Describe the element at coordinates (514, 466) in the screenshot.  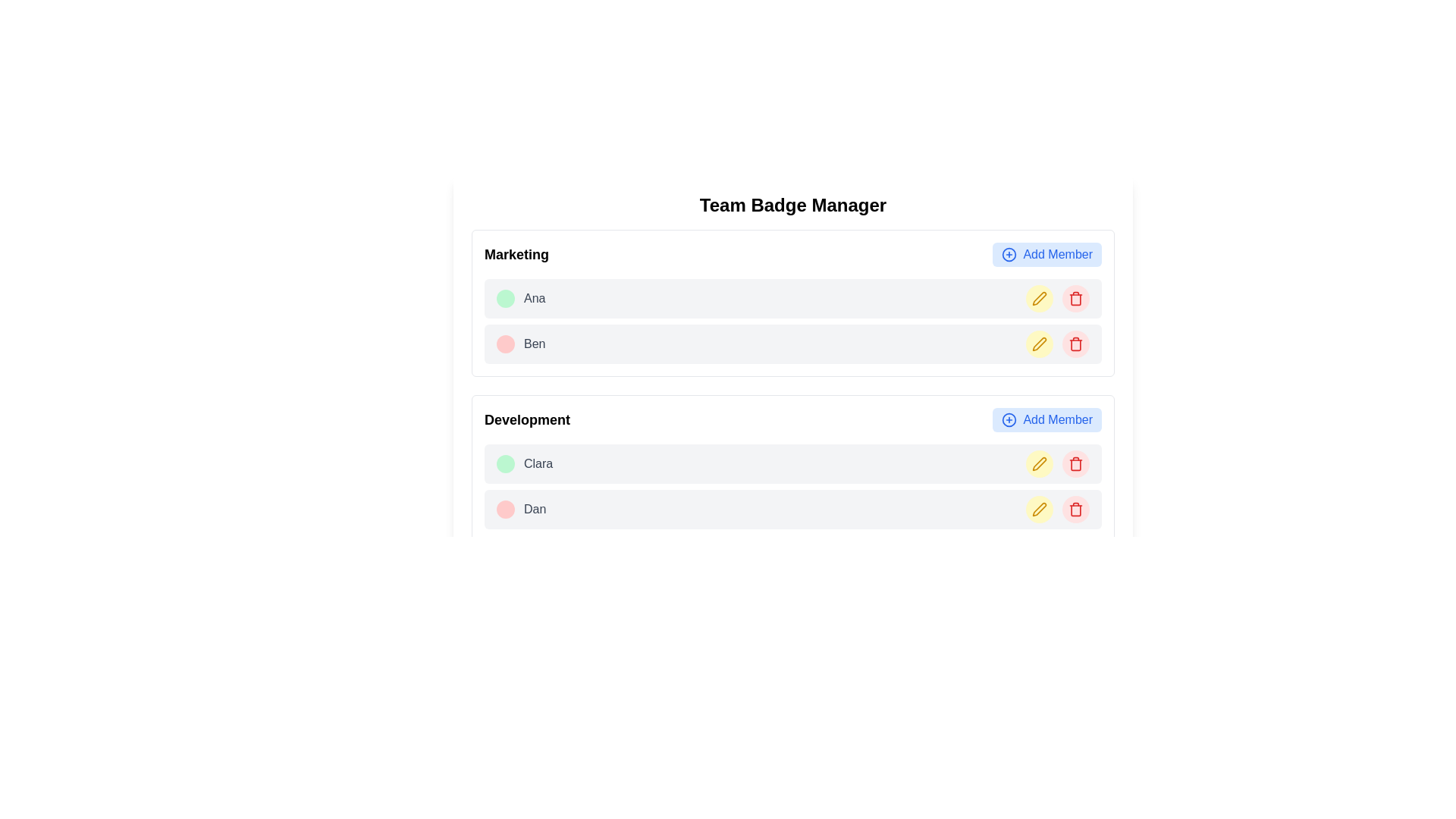
I see `the displayed status of the green circular badge associated with the user 'Clara' in the 'Development' section, located to the left of her name` at that location.